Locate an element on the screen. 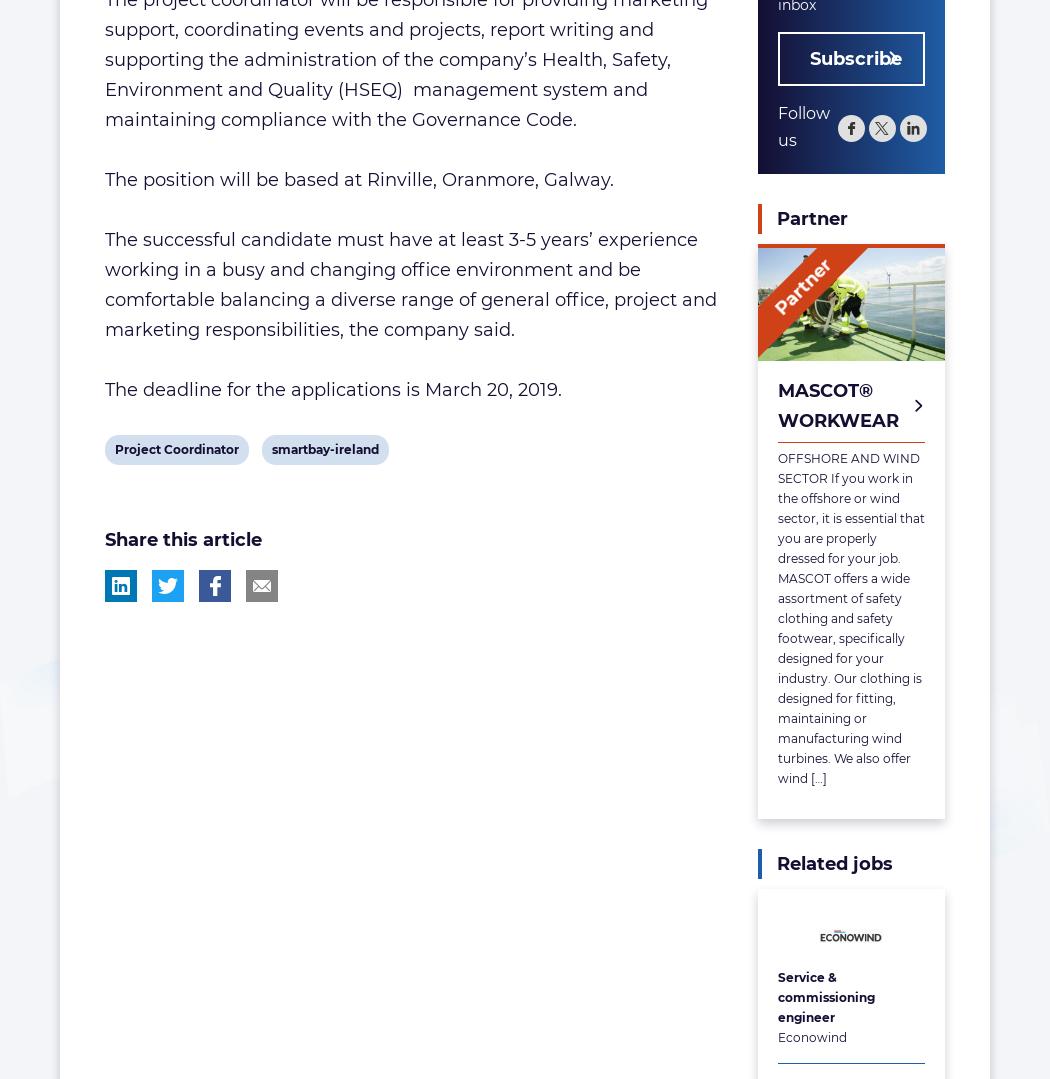  'Project Coordinator' is located at coordinates (113, 449).